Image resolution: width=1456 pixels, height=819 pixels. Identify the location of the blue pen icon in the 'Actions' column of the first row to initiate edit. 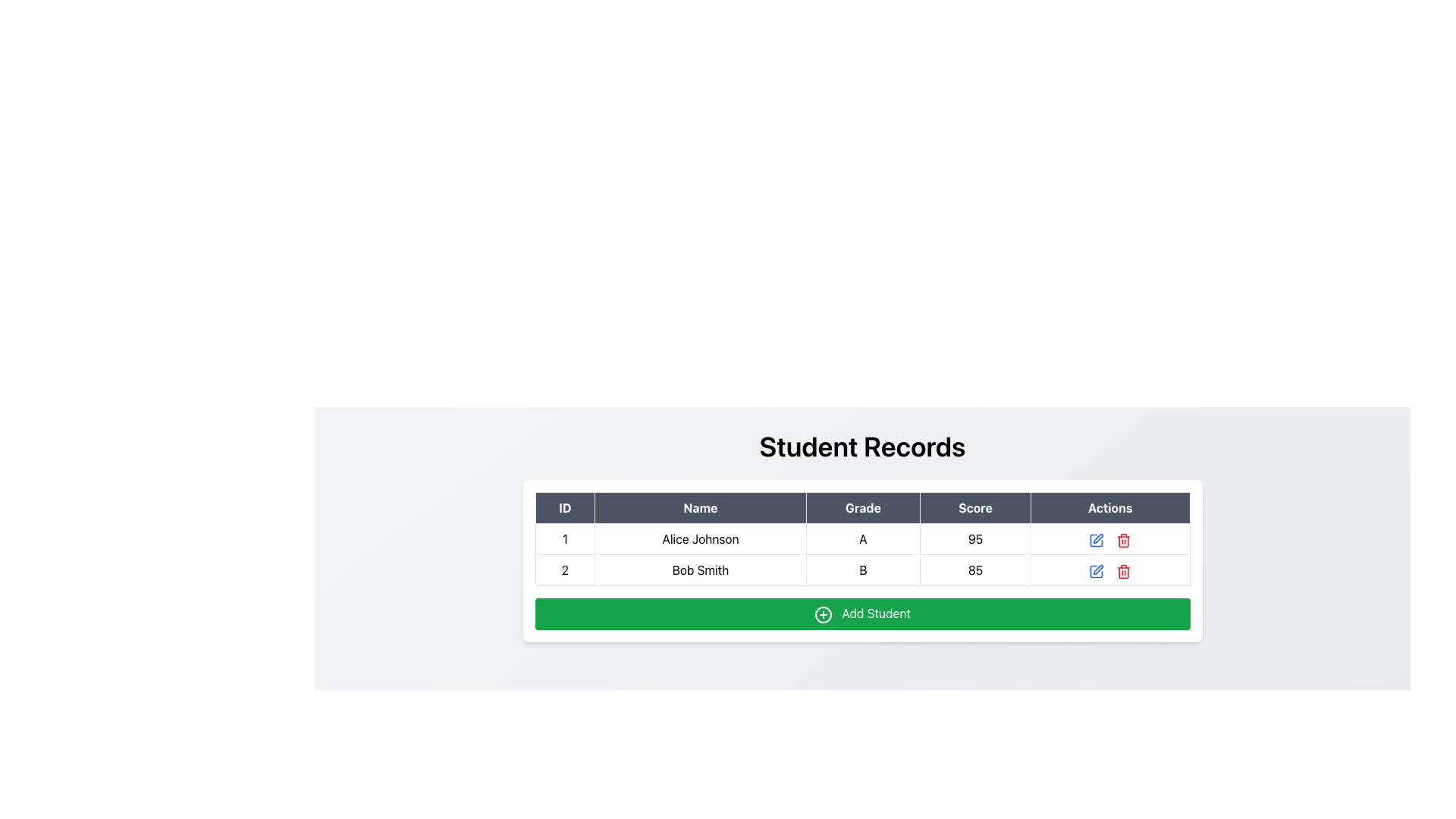
(1096, 538).